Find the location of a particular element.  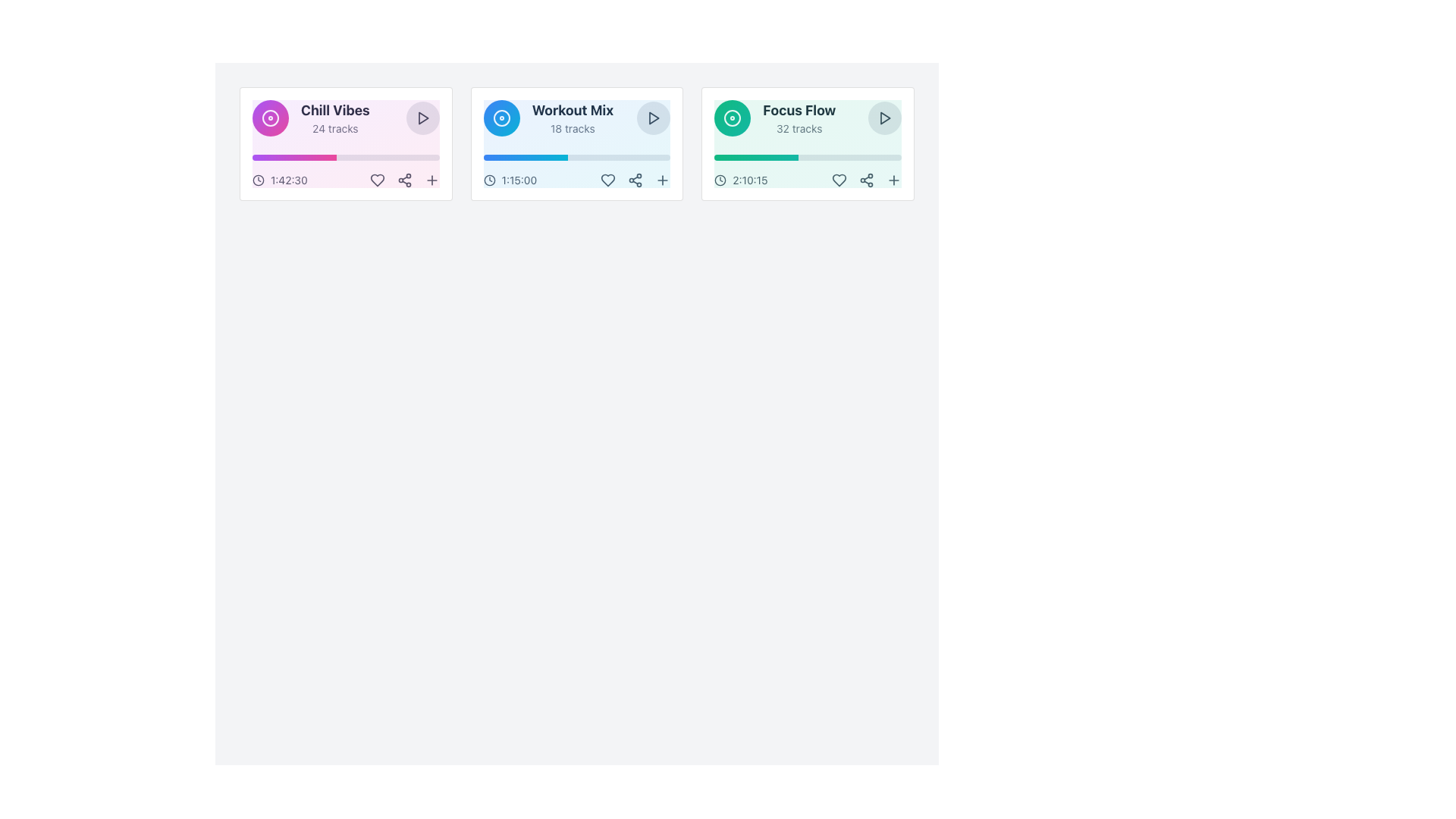

the sharing button located in the 'Workout Mix' card, which is the second card in the row, positioned between the heart and plus icons is located at coordinates (635, 180).